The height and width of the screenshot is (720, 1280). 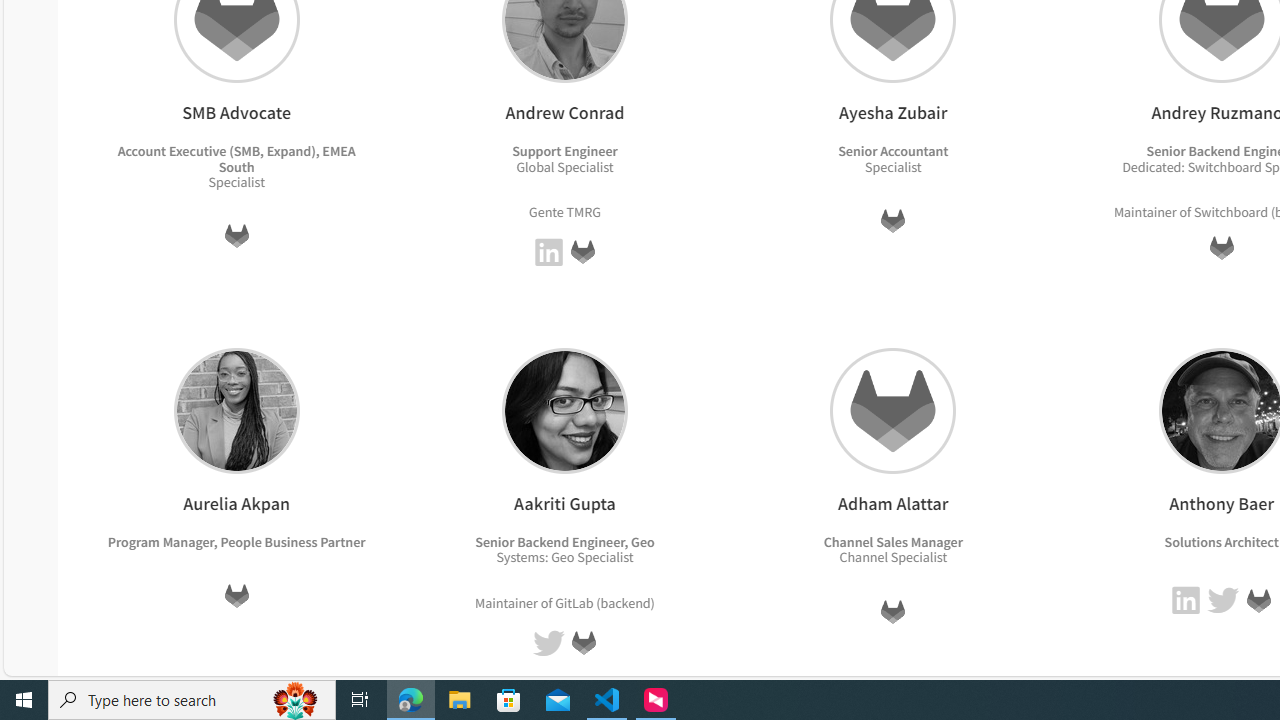 What do you see at coordinates (236, 409) in the screenshot?
I see `'Aurelia Akpan'` at bounding box center [236, 409].